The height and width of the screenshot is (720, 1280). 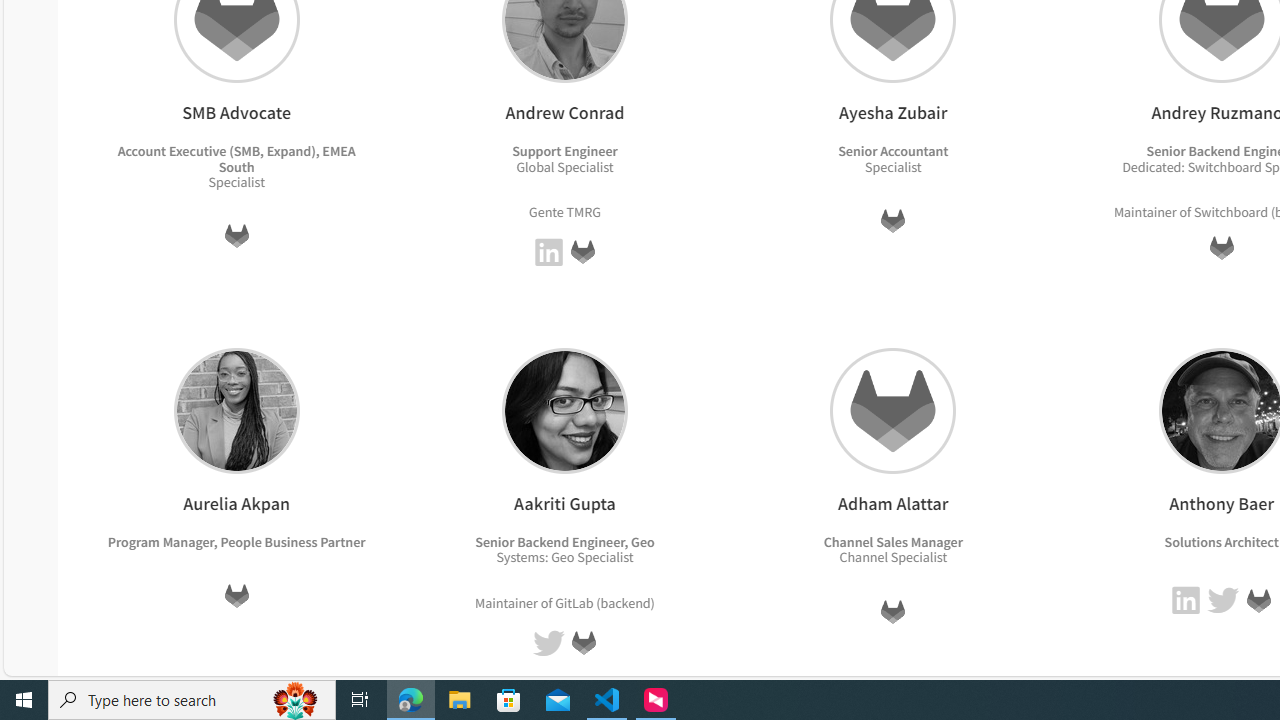 What do you see at coordinates (236, 409) in the screenshot?
I see `'Aurelia Akpan'` at bounding box center [236, 409].